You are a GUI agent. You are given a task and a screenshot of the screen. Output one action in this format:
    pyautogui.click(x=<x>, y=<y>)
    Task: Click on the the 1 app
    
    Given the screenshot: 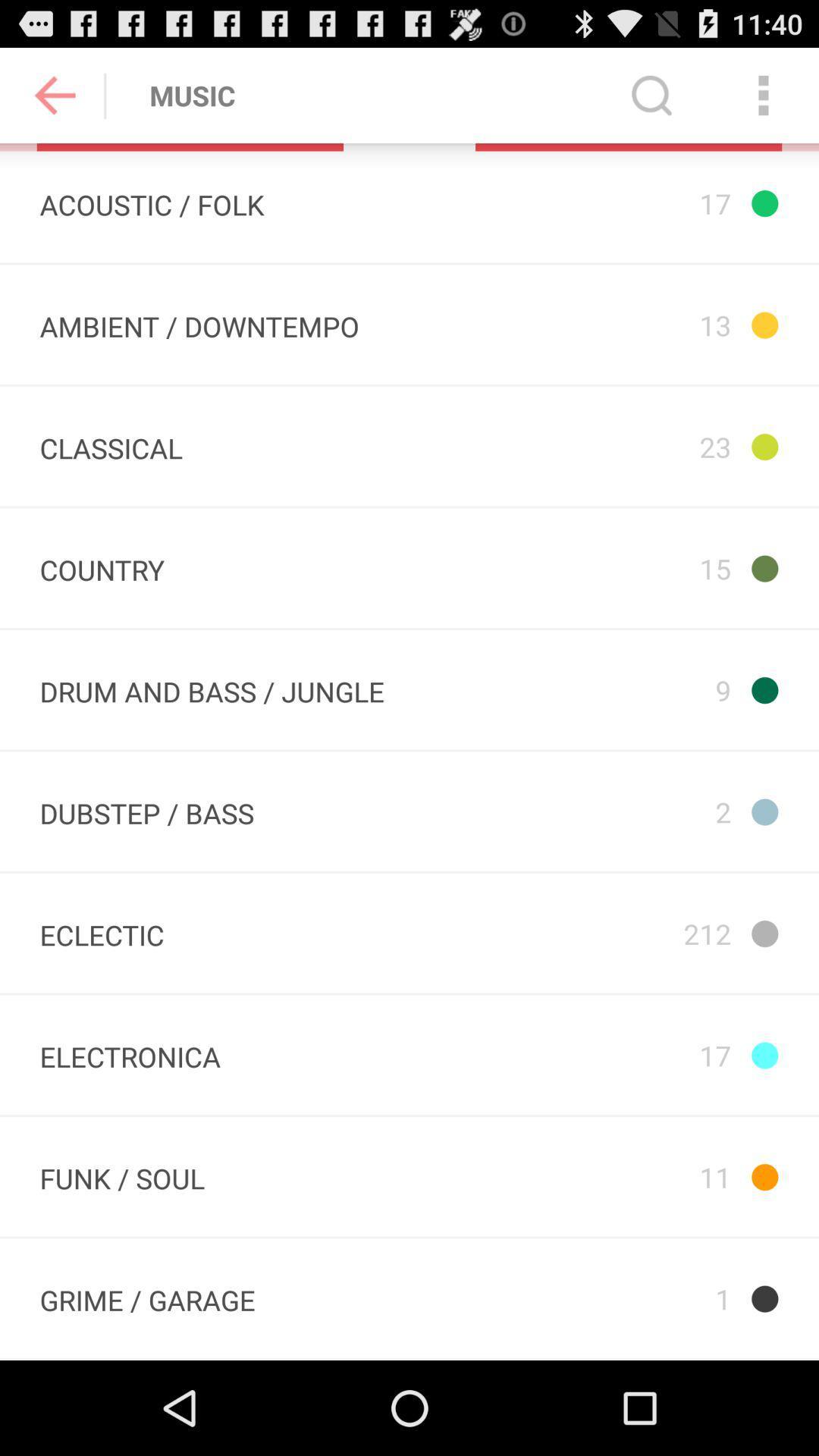 What is the action you would take?
    pyautogui.click(x=628, y=1298)
    